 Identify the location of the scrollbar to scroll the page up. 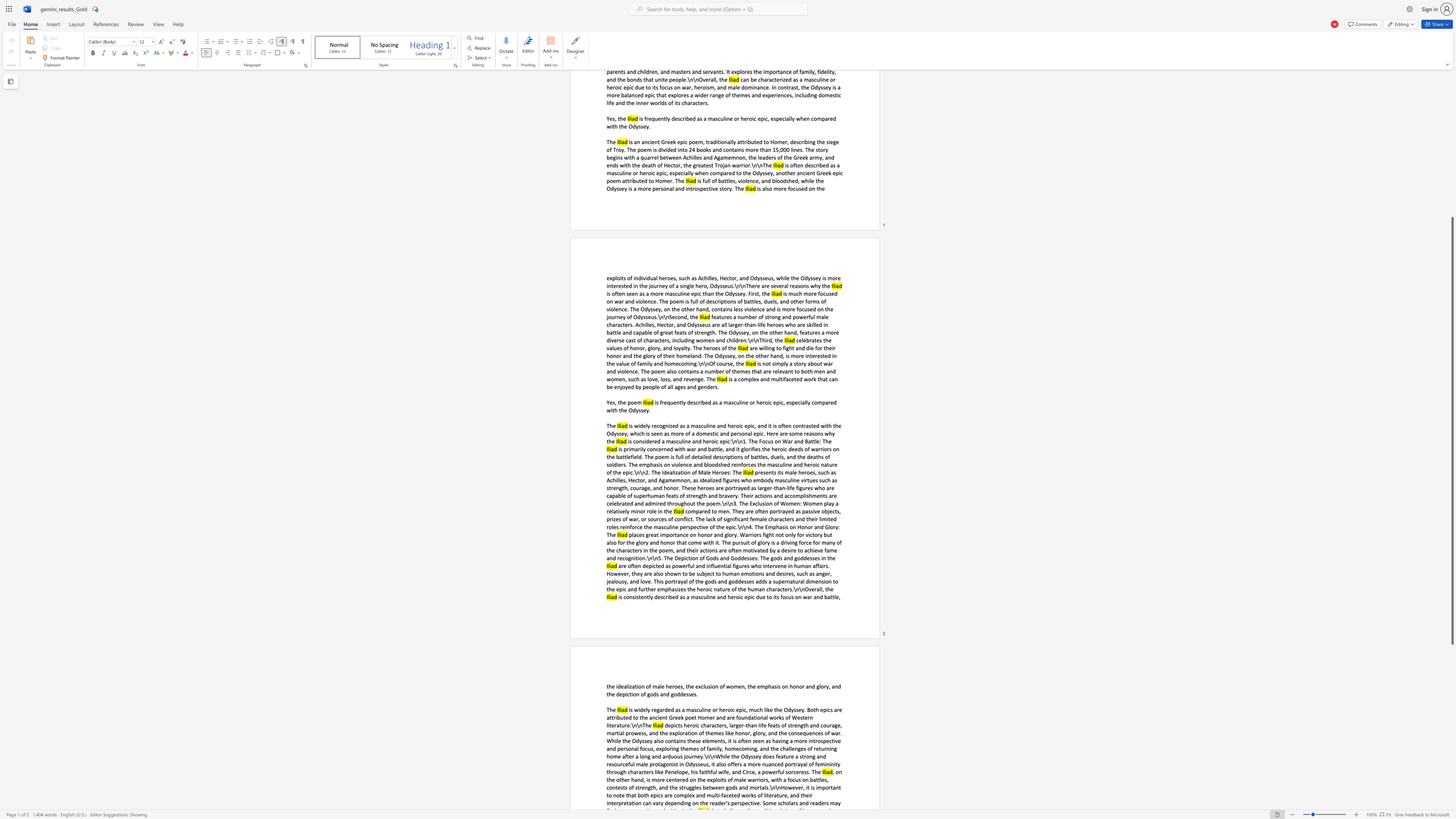
(1451, 144).